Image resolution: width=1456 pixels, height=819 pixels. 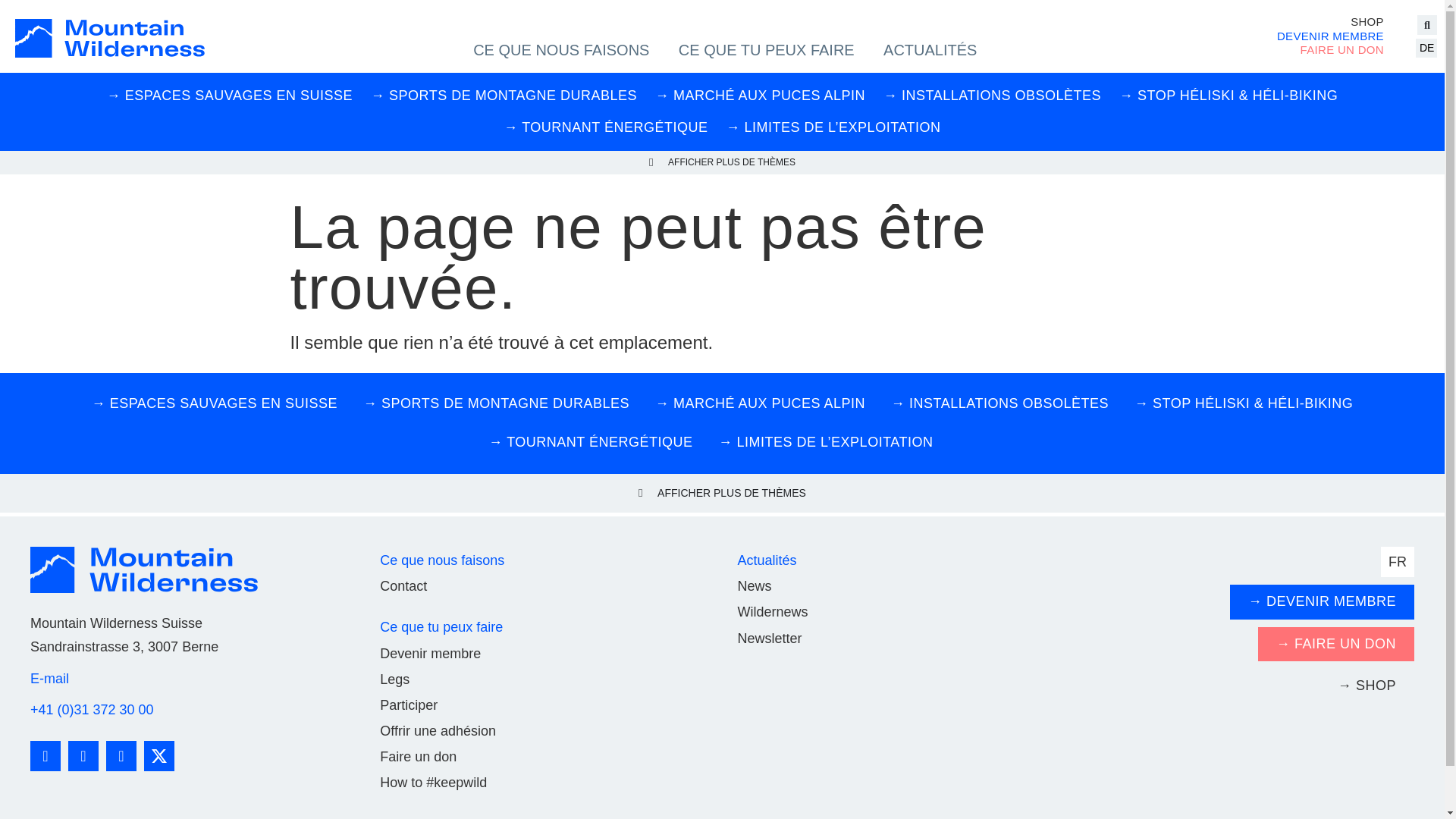 I want to click on 'News', so click(x=754, y=585).